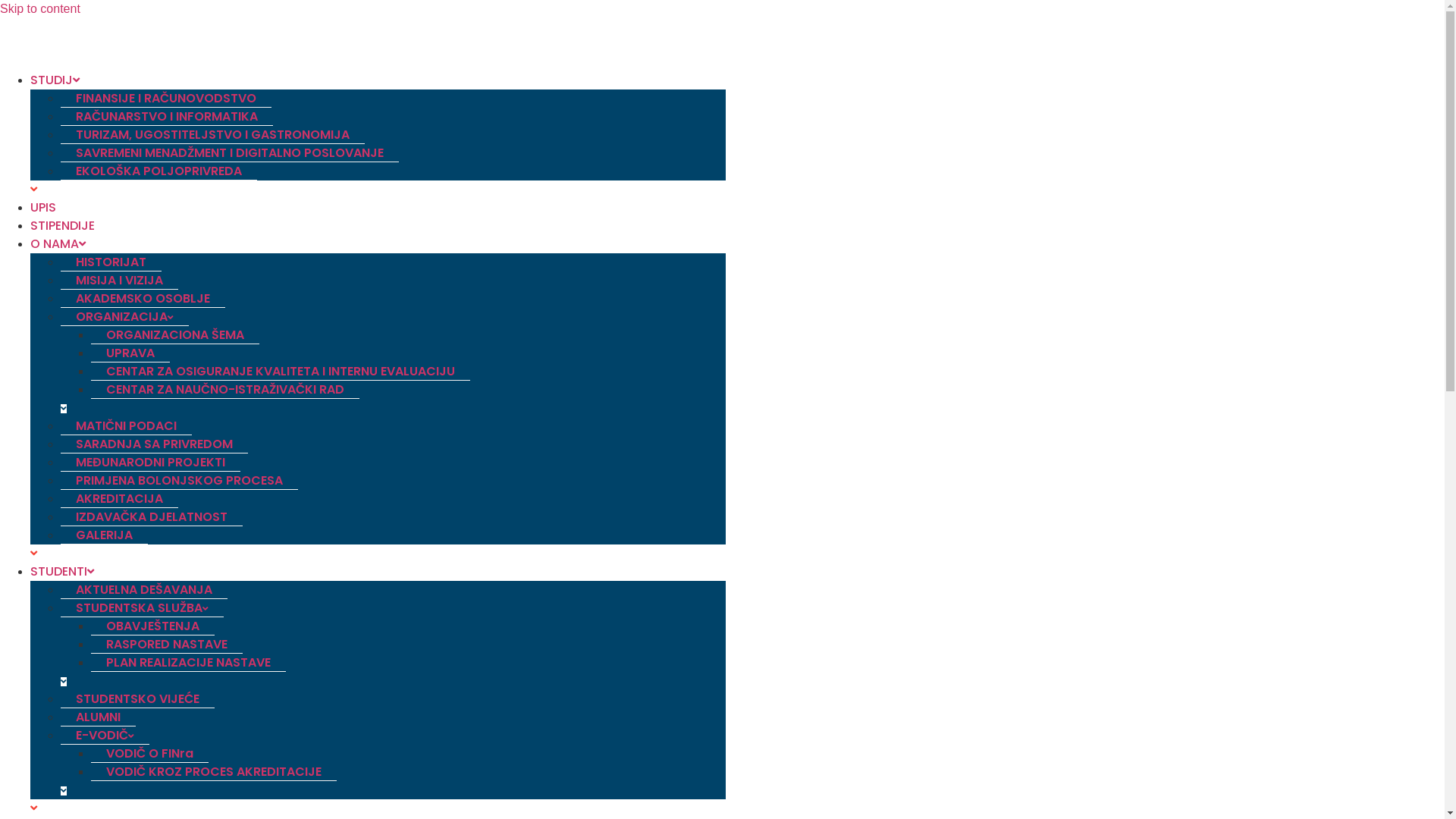 The width and height of the screenshot is (1456, 819). I want to click on 'PRIMJENA BOLONJSKOG PROCESA', so click(179, 480).